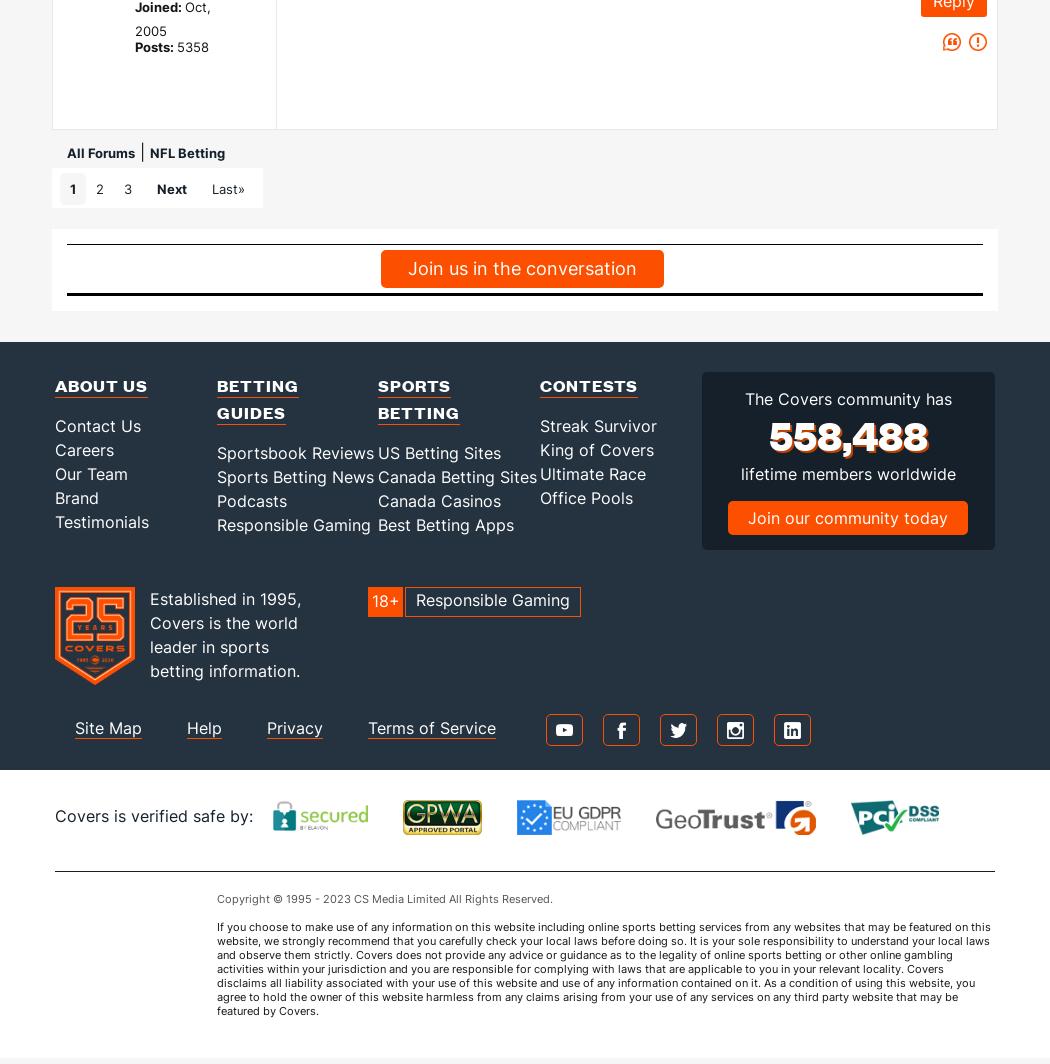 Image resolution: width=1050 pixels, height=1064 pixels. Describe the element at coordinates (367, 727) in the screenshot. I see `'Terms of Service'` at that location.